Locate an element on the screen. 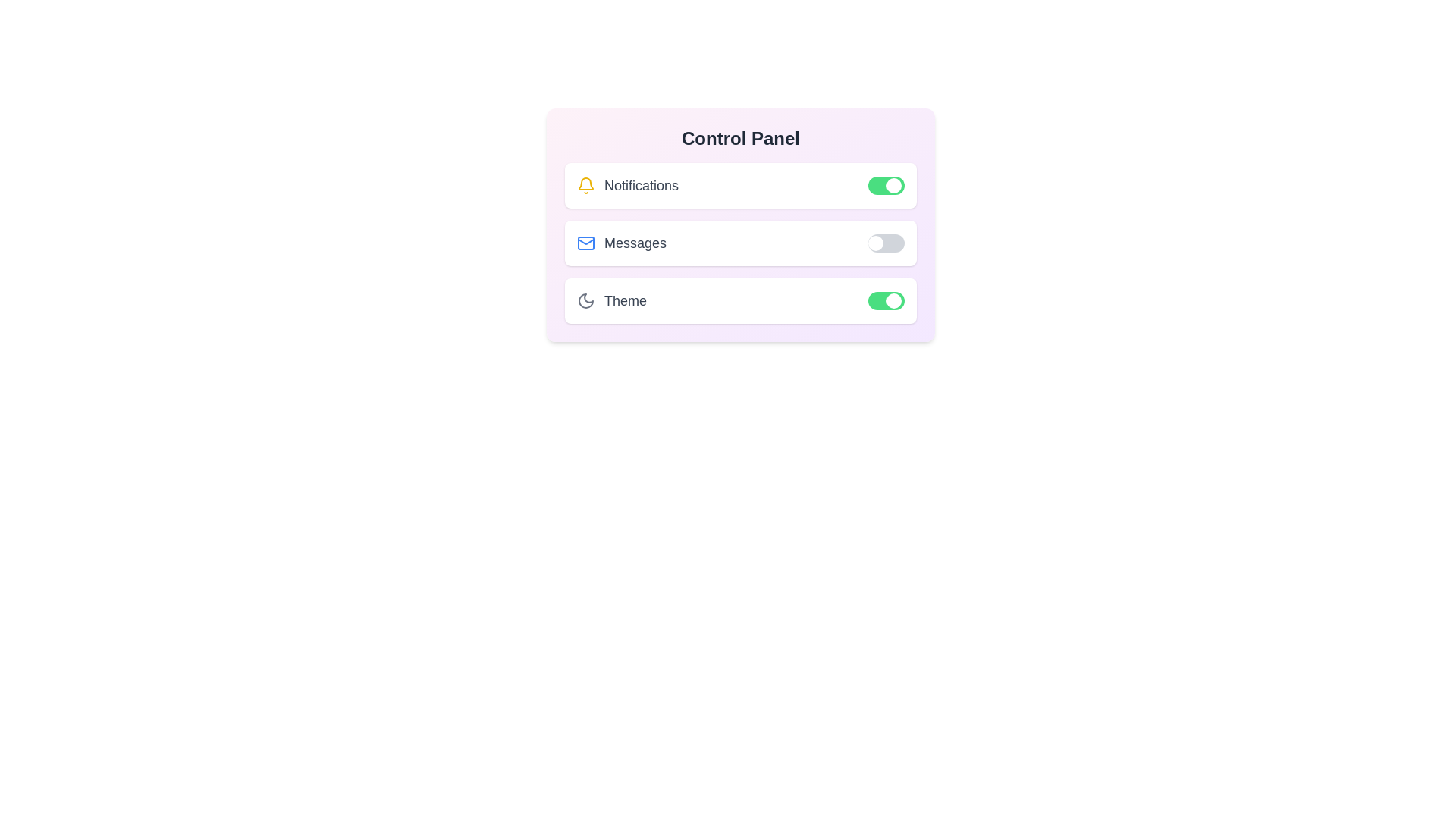 The width and height of the screenshot is (1456, 819). the toggle switch for the 'Notifications', 'Messages', or 'Theme' settings in the Panel with interactive toggle switch components located below the title 'Control Panel' is located at coordinates (741, 225).